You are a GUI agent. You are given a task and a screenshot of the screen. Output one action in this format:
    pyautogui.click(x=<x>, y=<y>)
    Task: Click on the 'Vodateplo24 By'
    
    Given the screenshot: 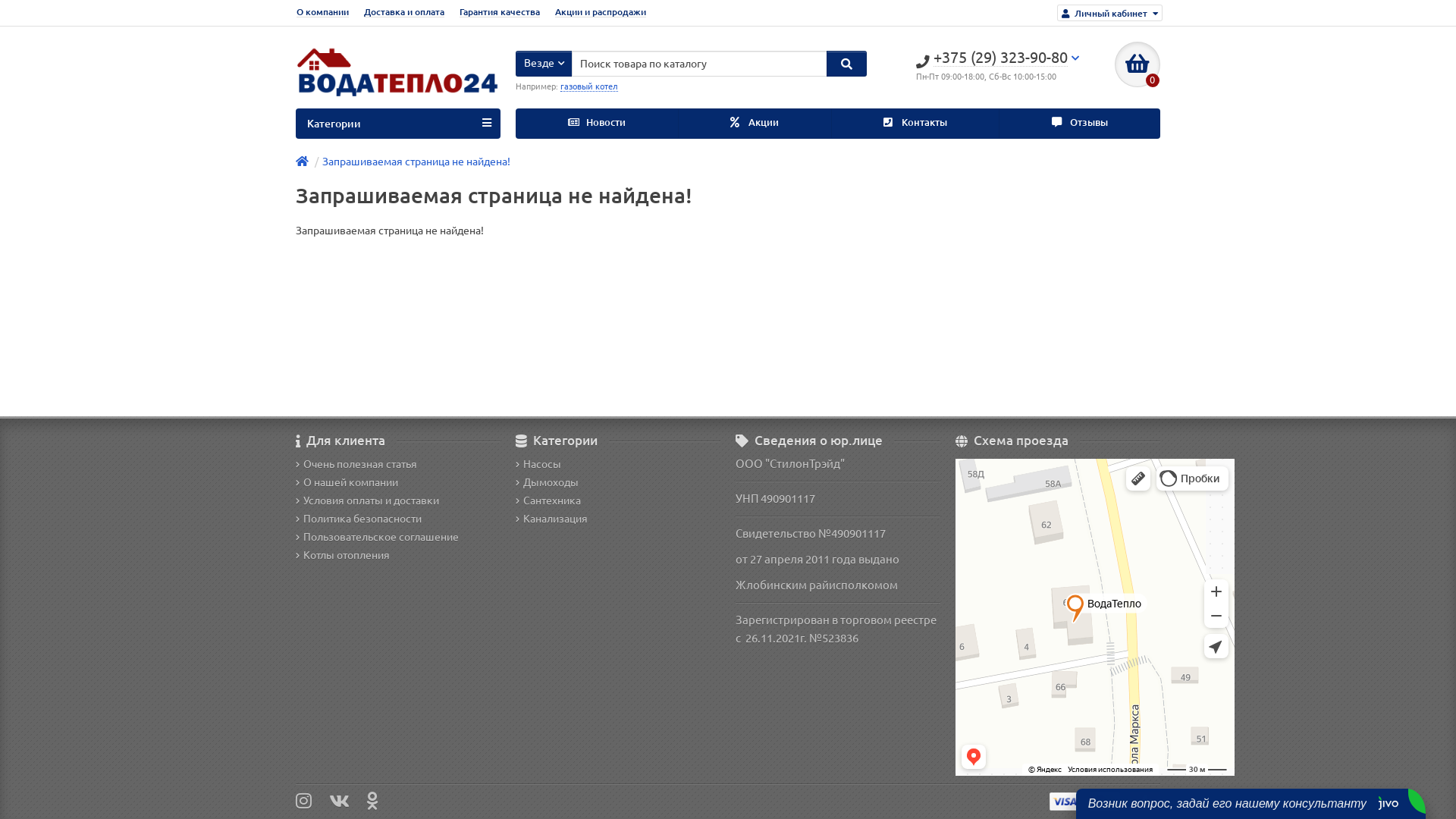 What is the action you would take?
    pyautogui.click(x=295, y=77)
    